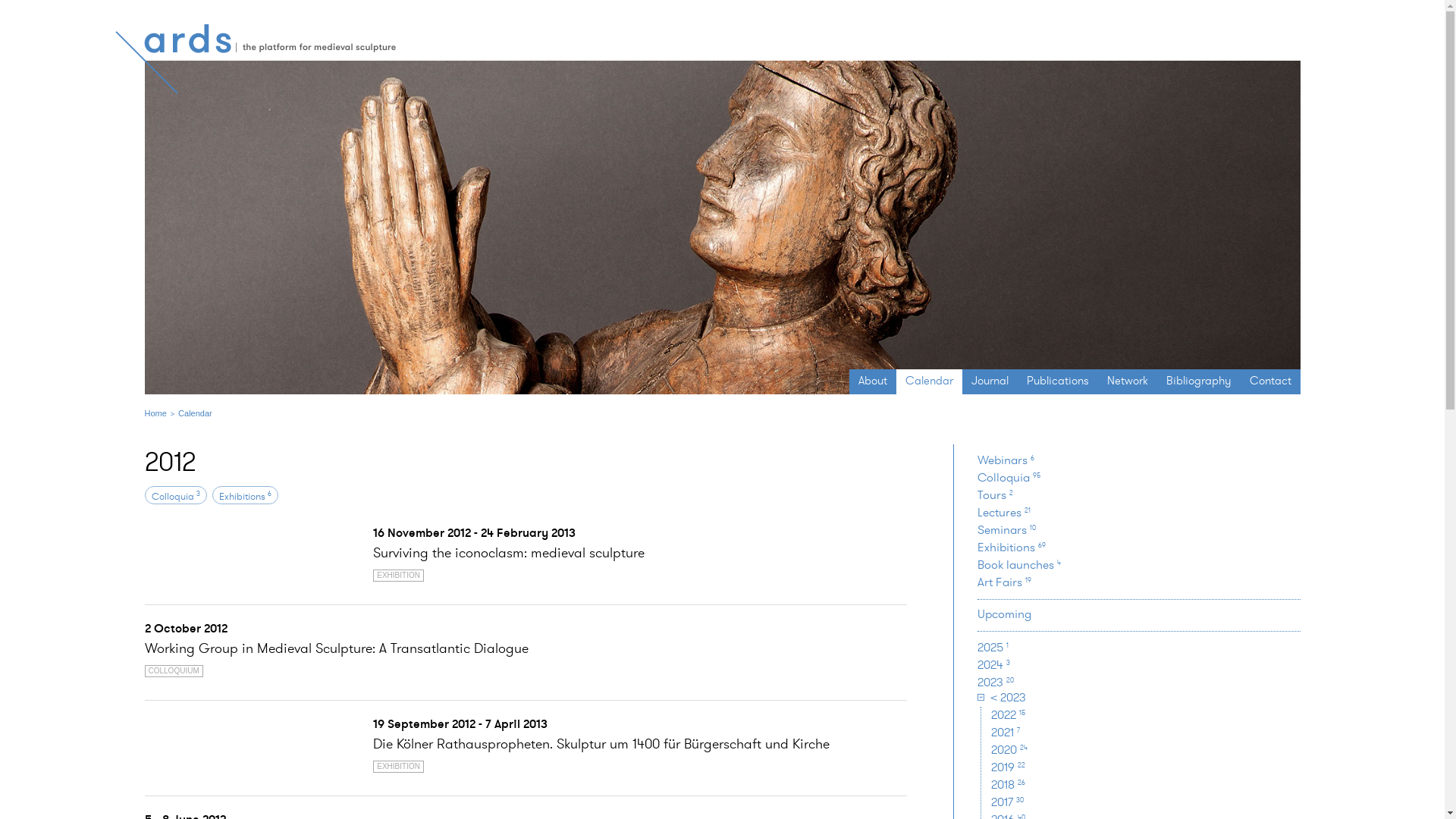  What do you see at coordinates (928, 379) in the screenshot?
I see `'Calendar'` at bounding box center [928, 379].